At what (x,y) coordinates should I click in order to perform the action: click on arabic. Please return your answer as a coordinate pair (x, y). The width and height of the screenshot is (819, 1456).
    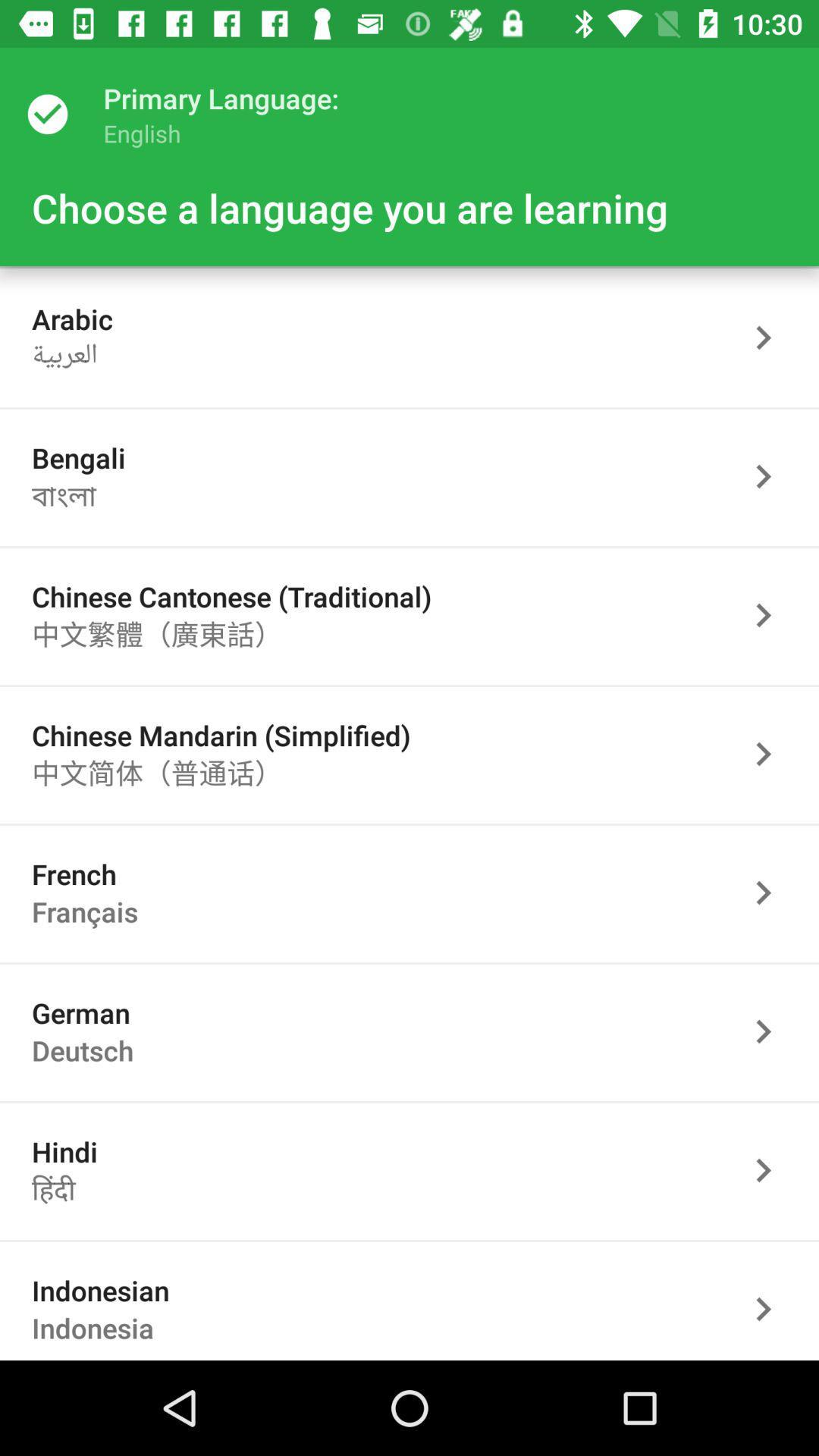
    Looking at the image, I should click on (771, 337).